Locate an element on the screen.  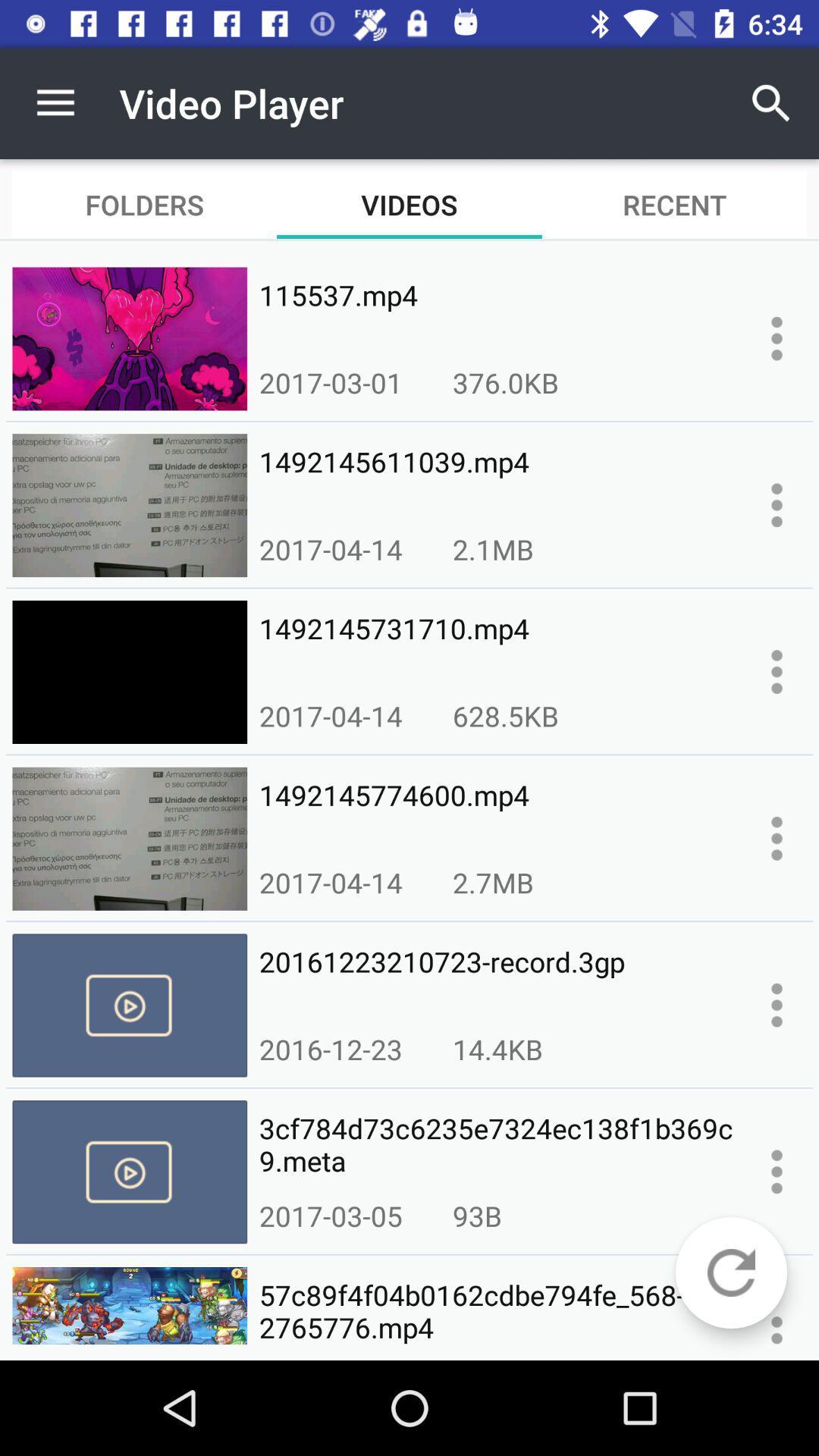
refresh is located at coordinates (730, 1272).